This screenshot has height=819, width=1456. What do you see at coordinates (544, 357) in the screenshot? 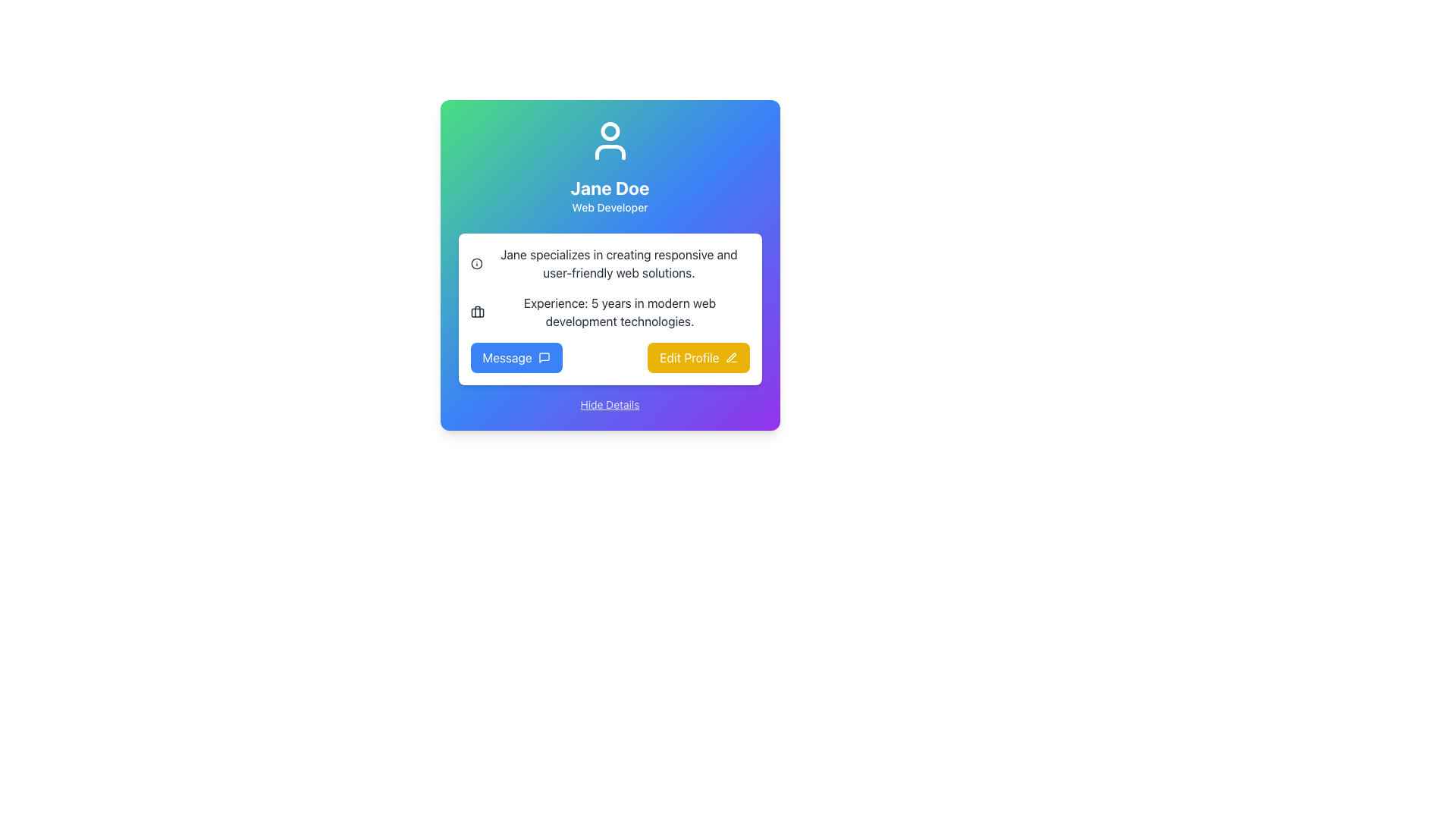
I see `the square-shaped speech bubble icon with a blue background and white border, located next to the text 'Message' in the button` at bounding box center [544, 357].